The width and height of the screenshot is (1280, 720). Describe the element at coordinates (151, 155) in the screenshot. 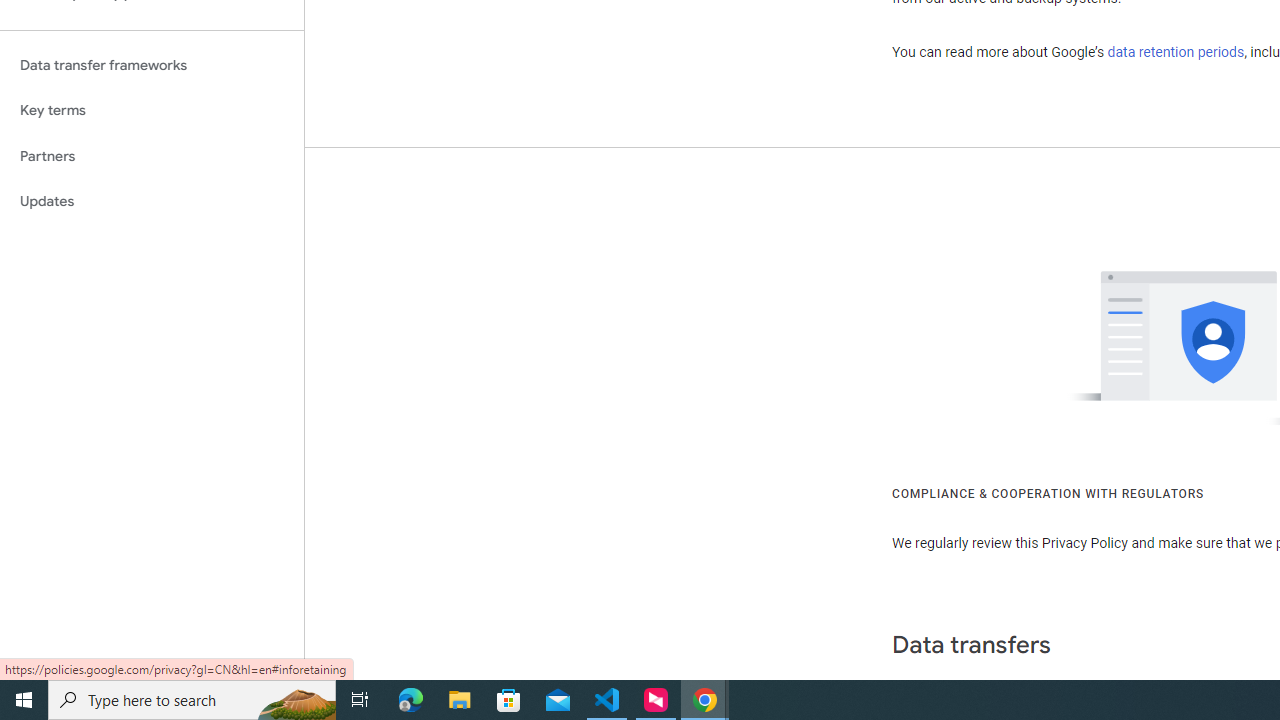

I see `'Partners'` at that location.